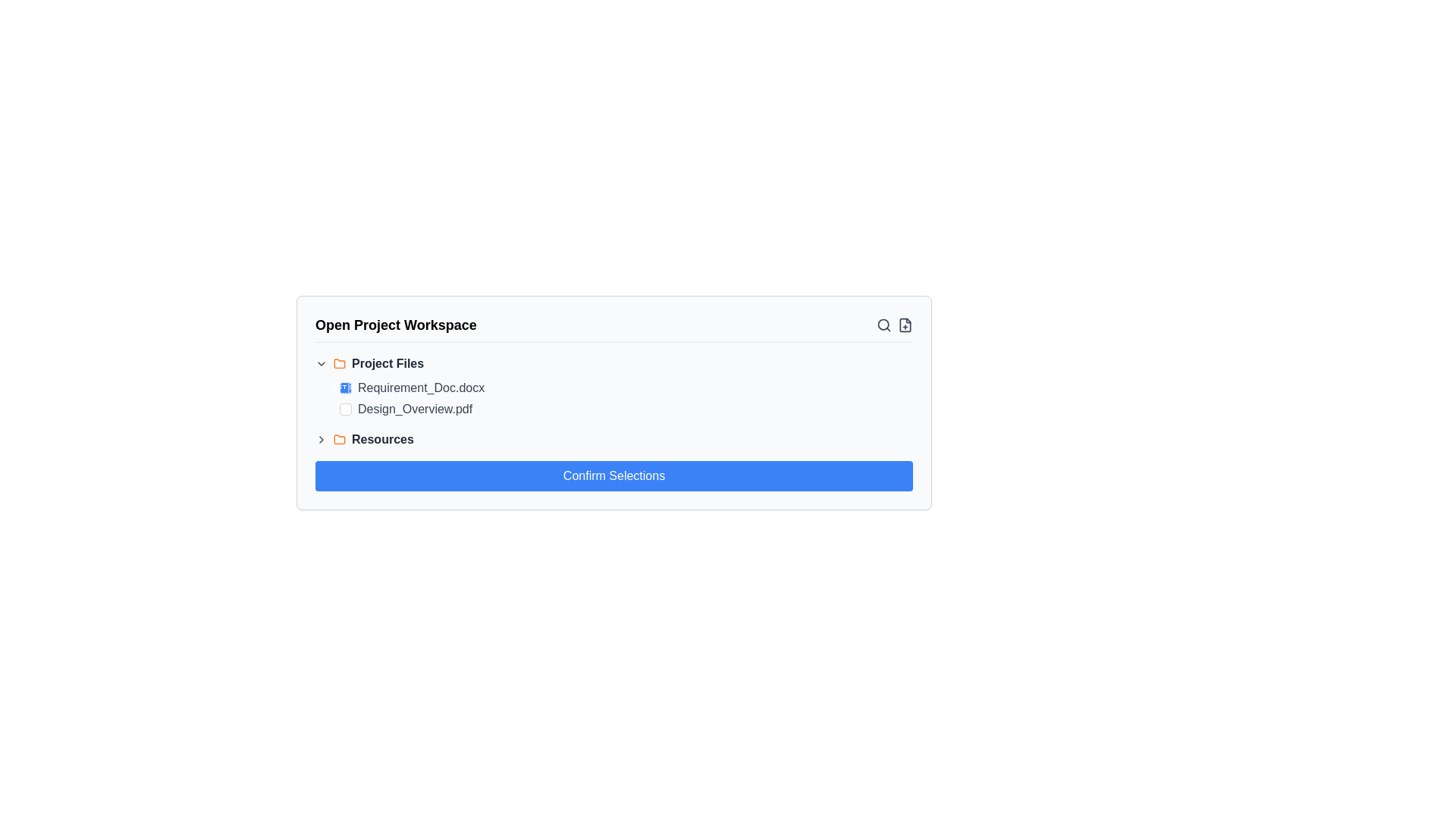 The height and width of the screenshot is (819, 1456). I want to click on the folder icon located to the left of the 'Resources' label, indicating it represents a folder or directory, so click(338, 439).